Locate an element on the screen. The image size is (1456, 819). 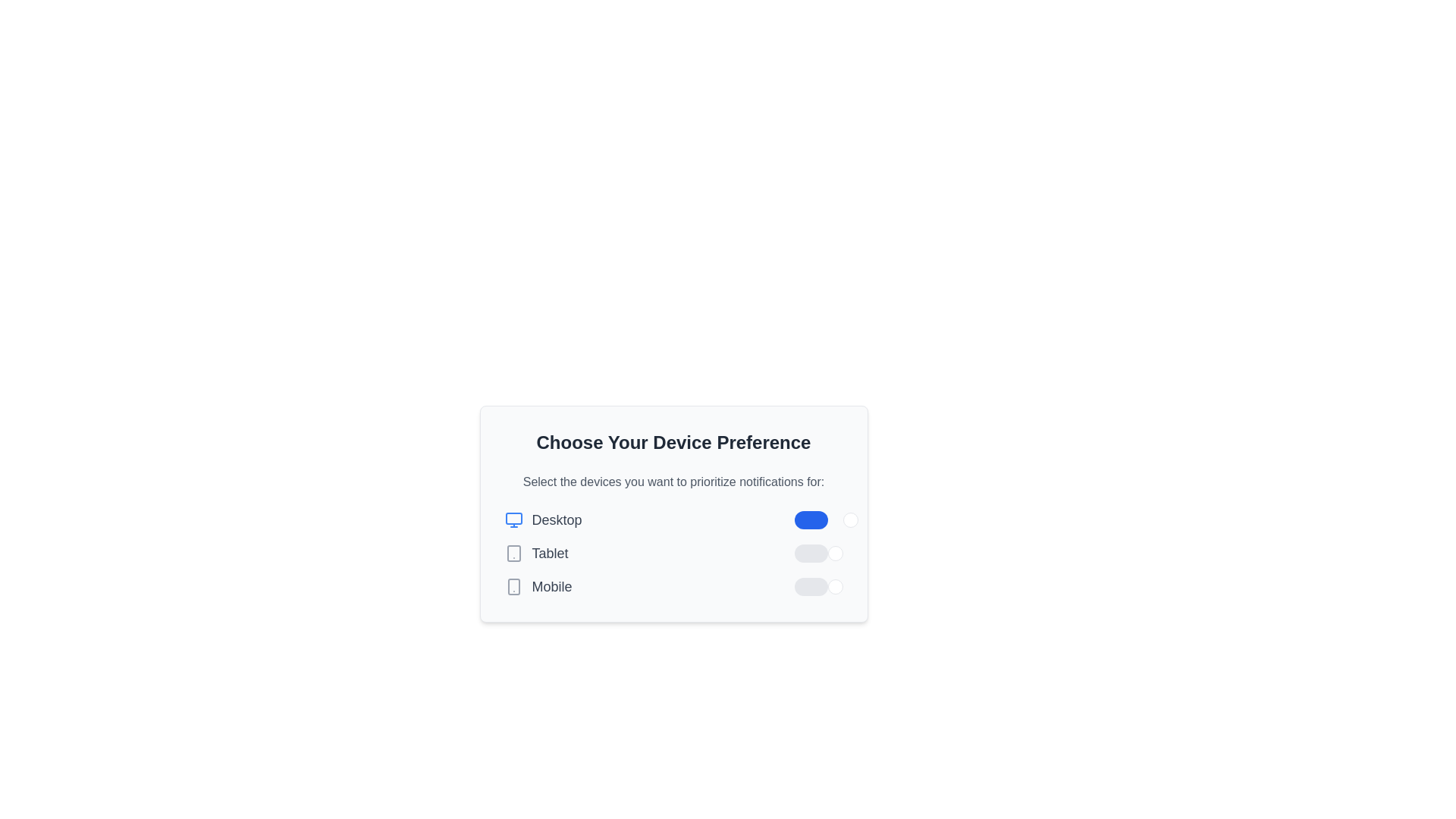
the 'Mobile' label, which is the last item in the list under 'Choose Your Device Preference', displayed in a large-sized gray font is located at coordinates (551, 586).